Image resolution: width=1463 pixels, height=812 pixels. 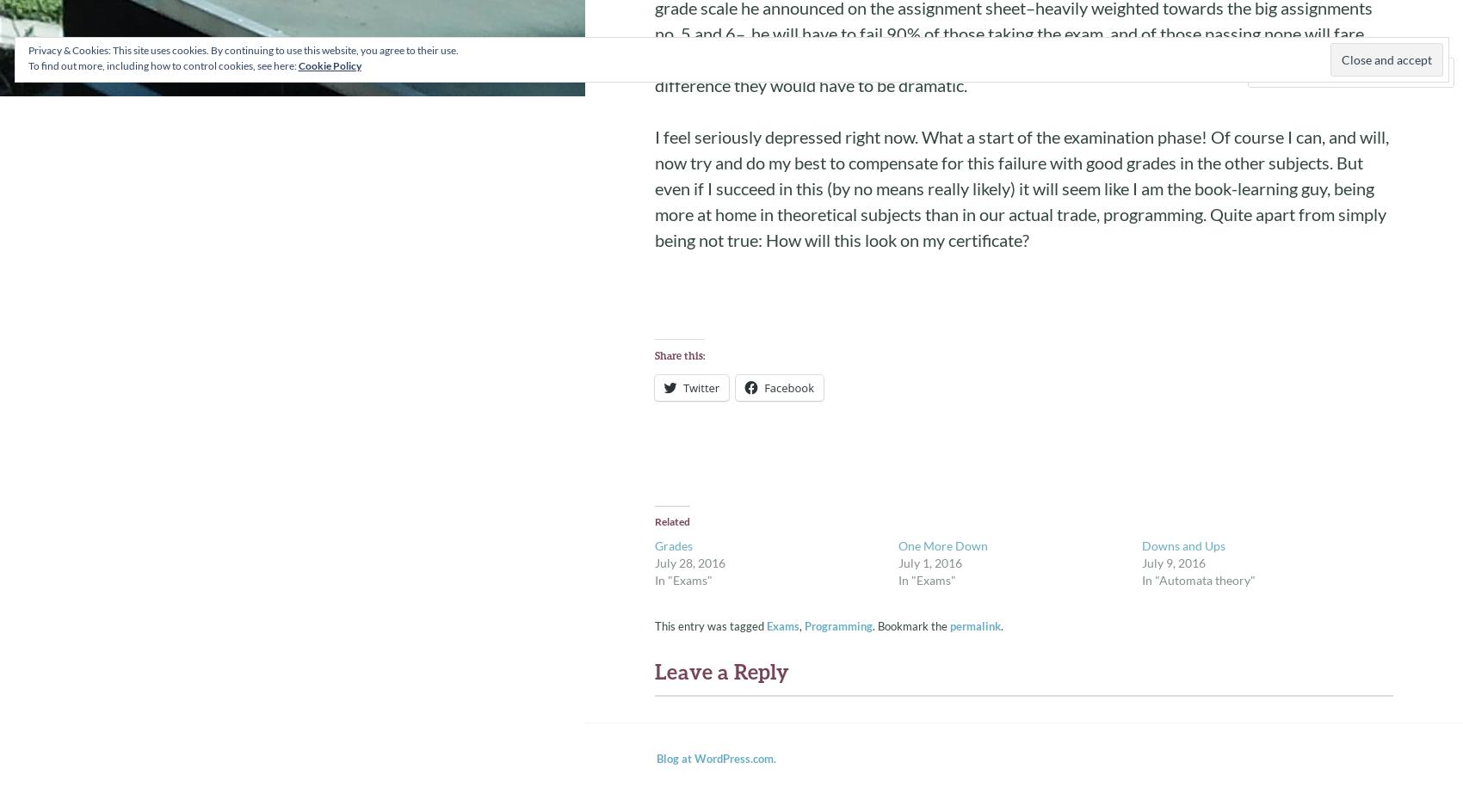 I want to click on 'Share this:', so click(x=678, y=355).